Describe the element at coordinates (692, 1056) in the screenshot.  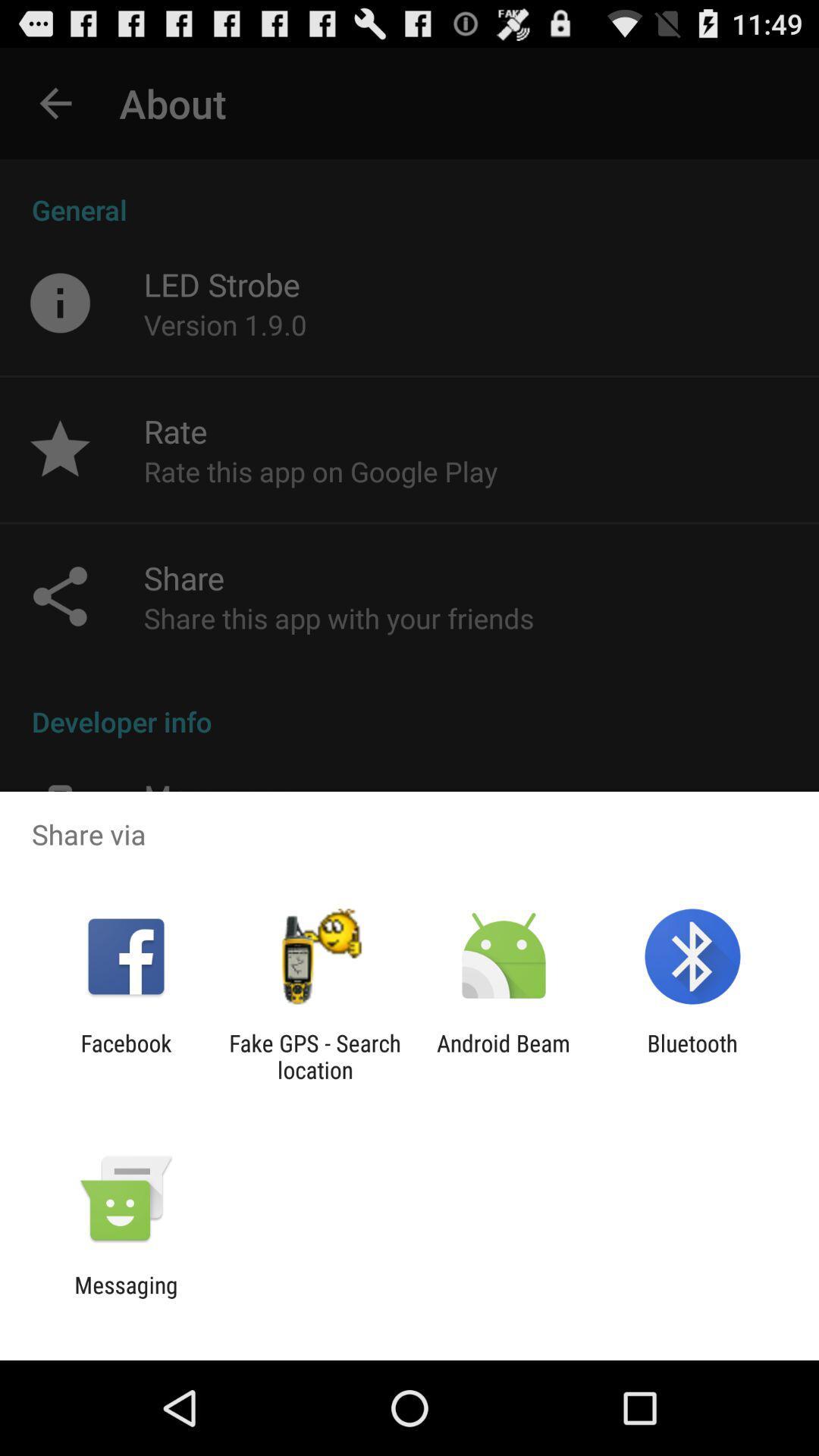
I see `icon to the right of the android beam icon` at that location.